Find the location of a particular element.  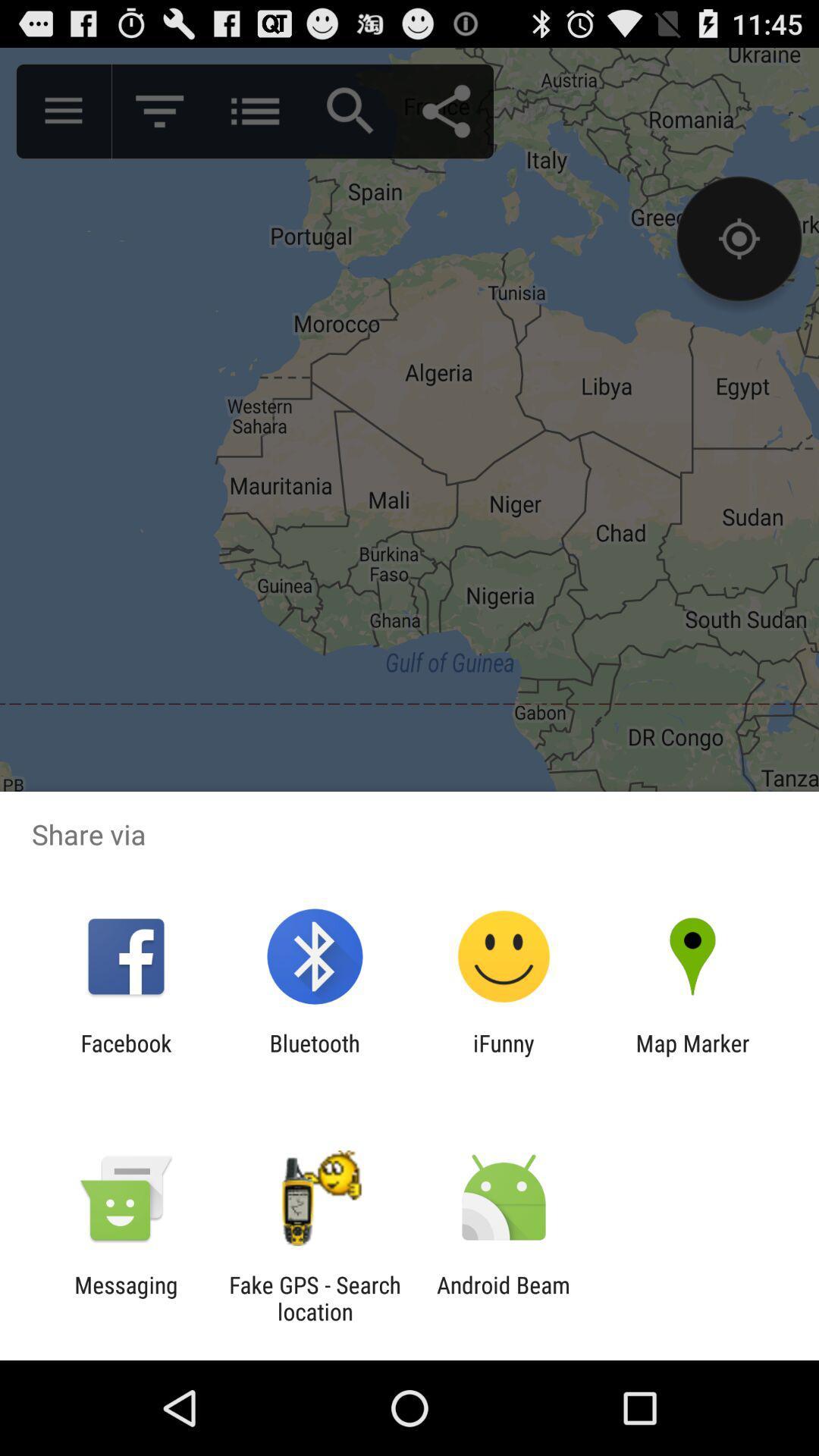

map marker at the bottom right corner is located at coordinates (692, 1056).